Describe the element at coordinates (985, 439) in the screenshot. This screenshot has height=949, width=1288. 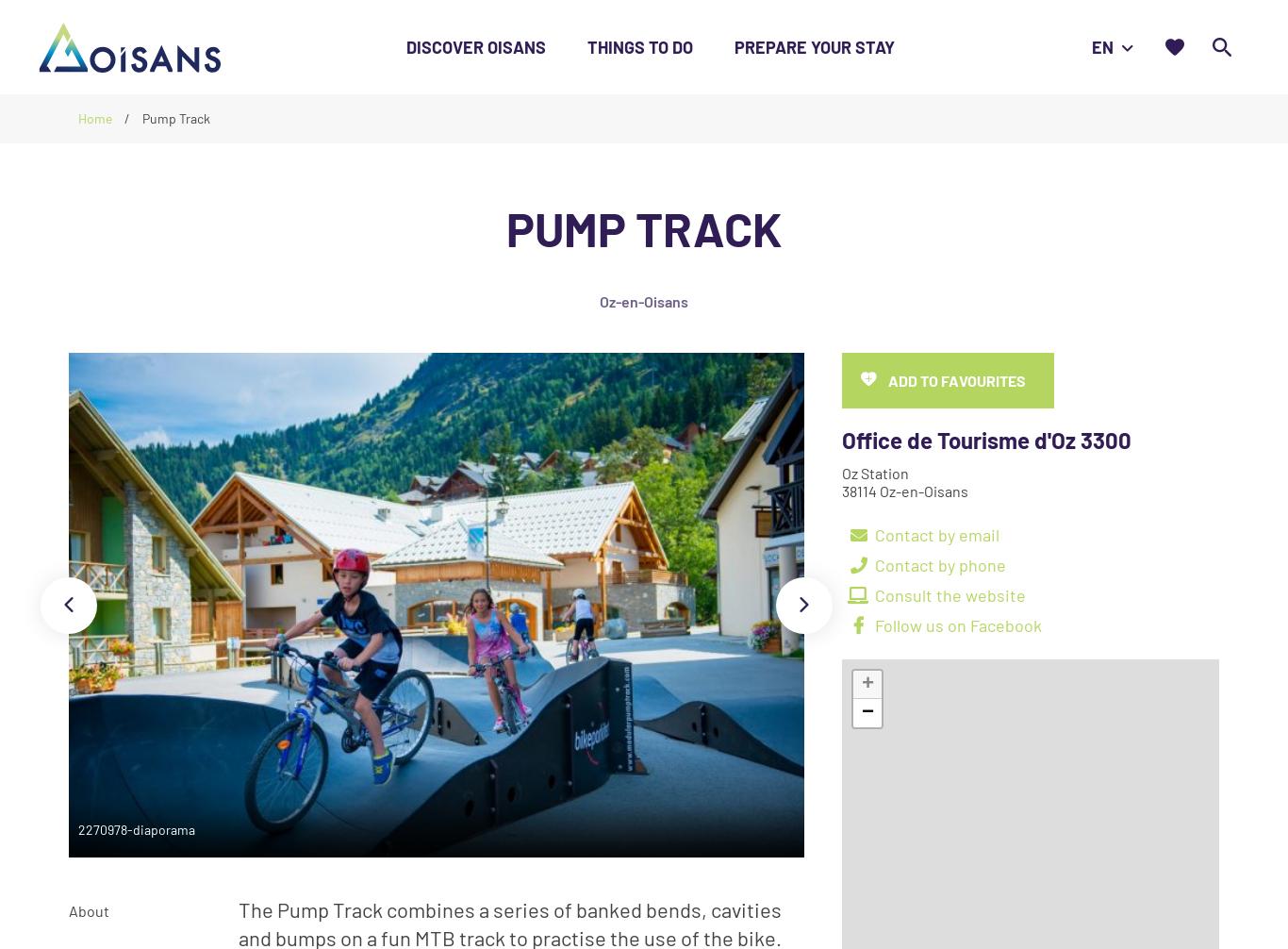
I see `'Office de Tourisme d'Oz 3300'` at that location.